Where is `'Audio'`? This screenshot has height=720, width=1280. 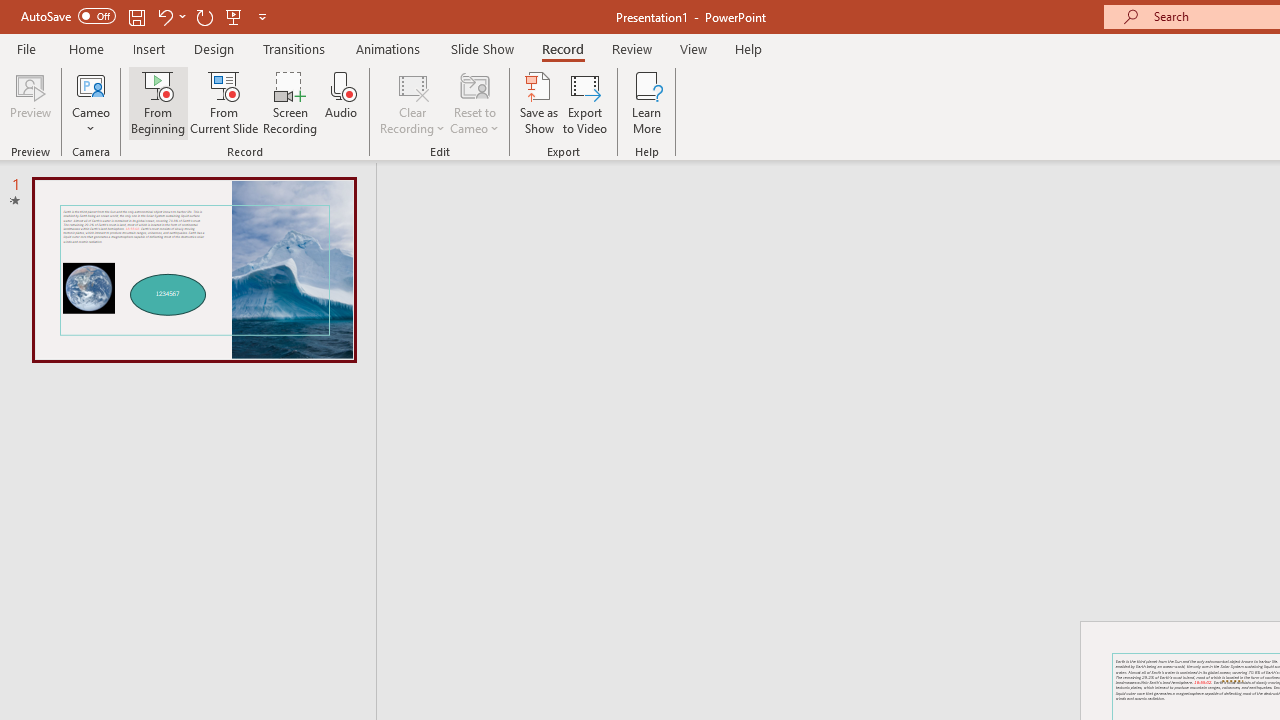 'Audio' is located at coordinates (341, 103).